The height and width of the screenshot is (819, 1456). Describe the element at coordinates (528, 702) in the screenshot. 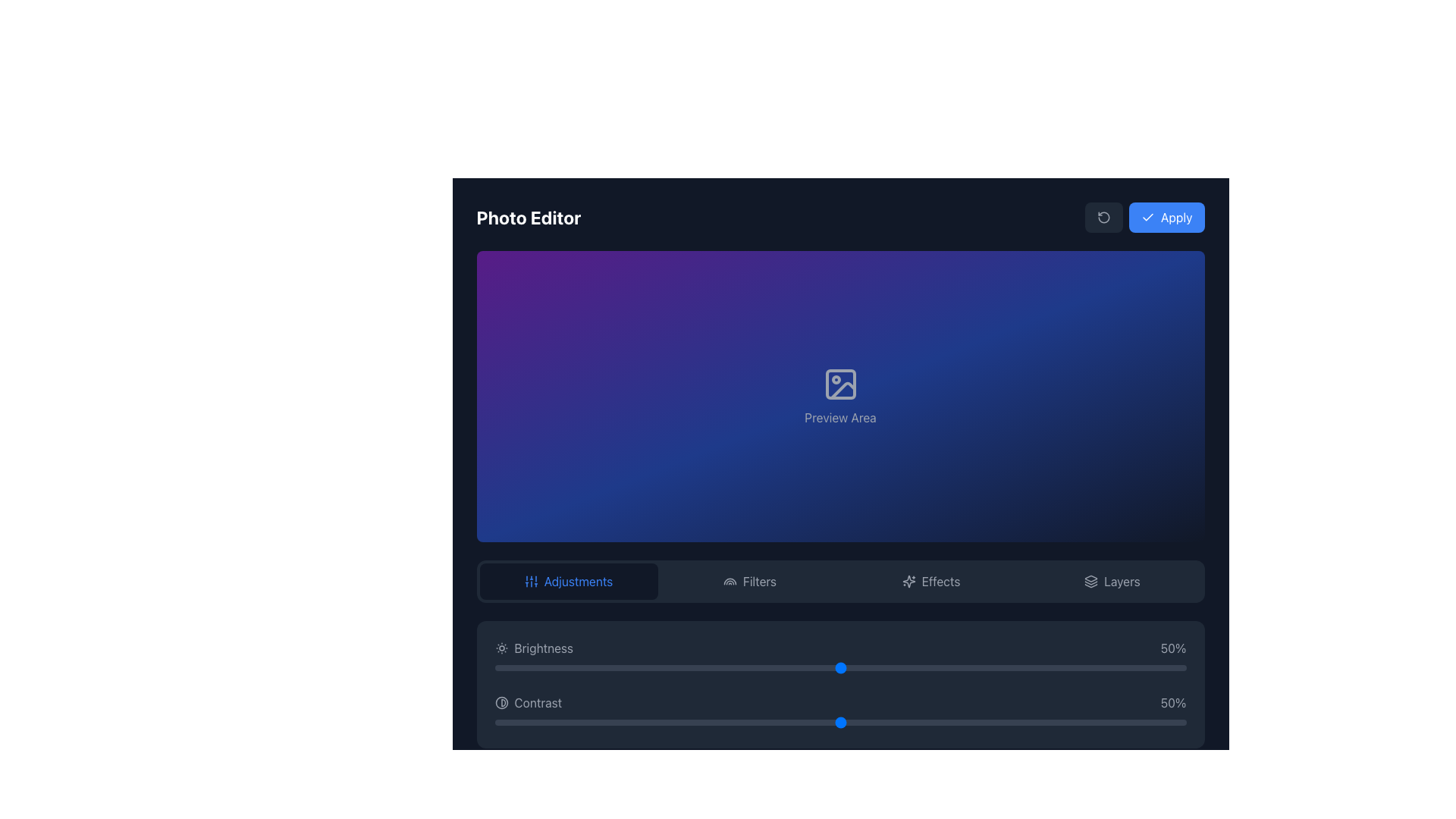

I see `the 'Contrast' label with icon, which is displayed in medium-light gray font and is located in the 'Adjustments' section below the 'Brightness' control` at that location.